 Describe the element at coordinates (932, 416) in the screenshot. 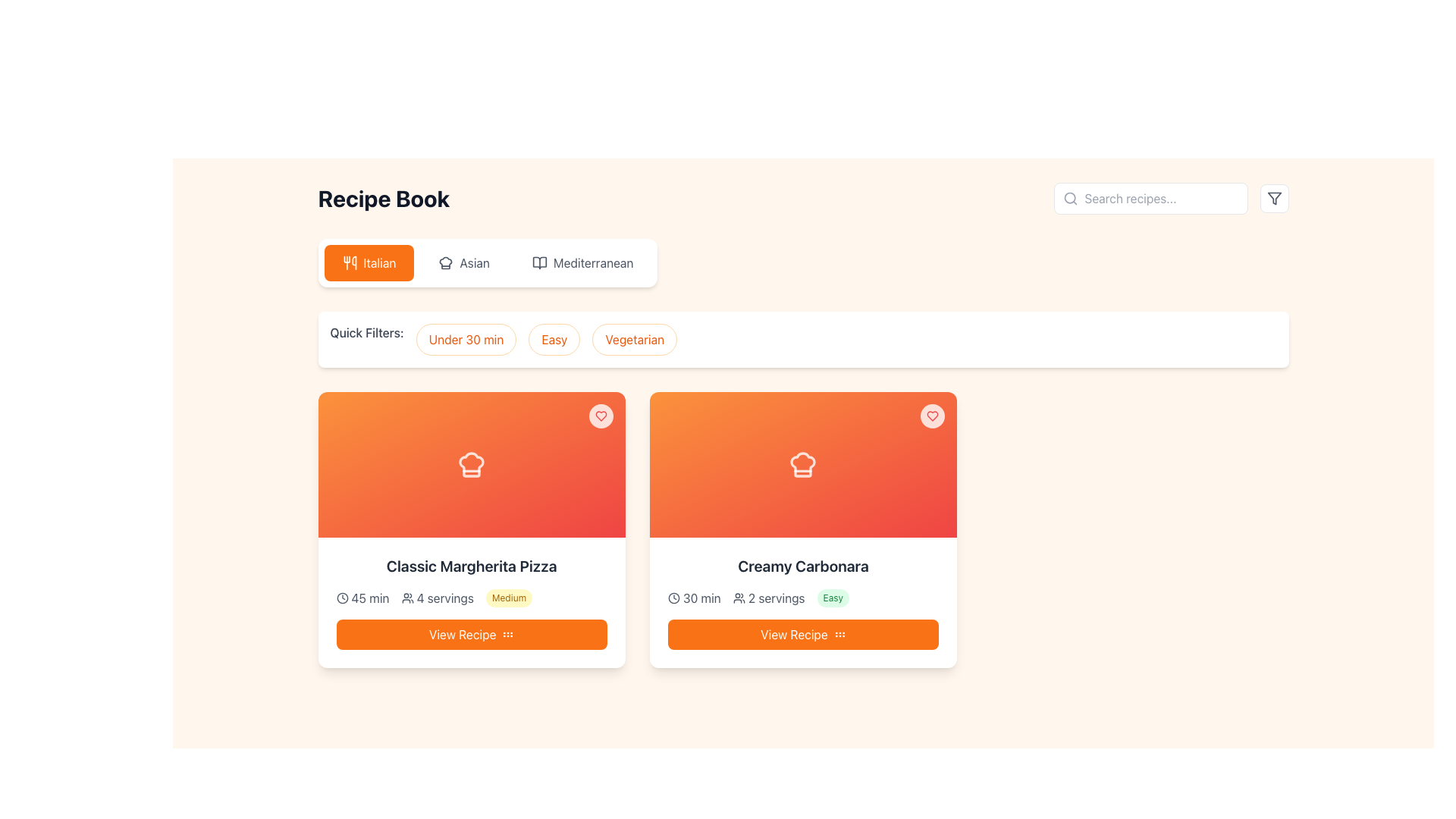

I see `the Favorite icon located at the top right-hand side of the 'Creamy Carbonara' recipe card` at that location.